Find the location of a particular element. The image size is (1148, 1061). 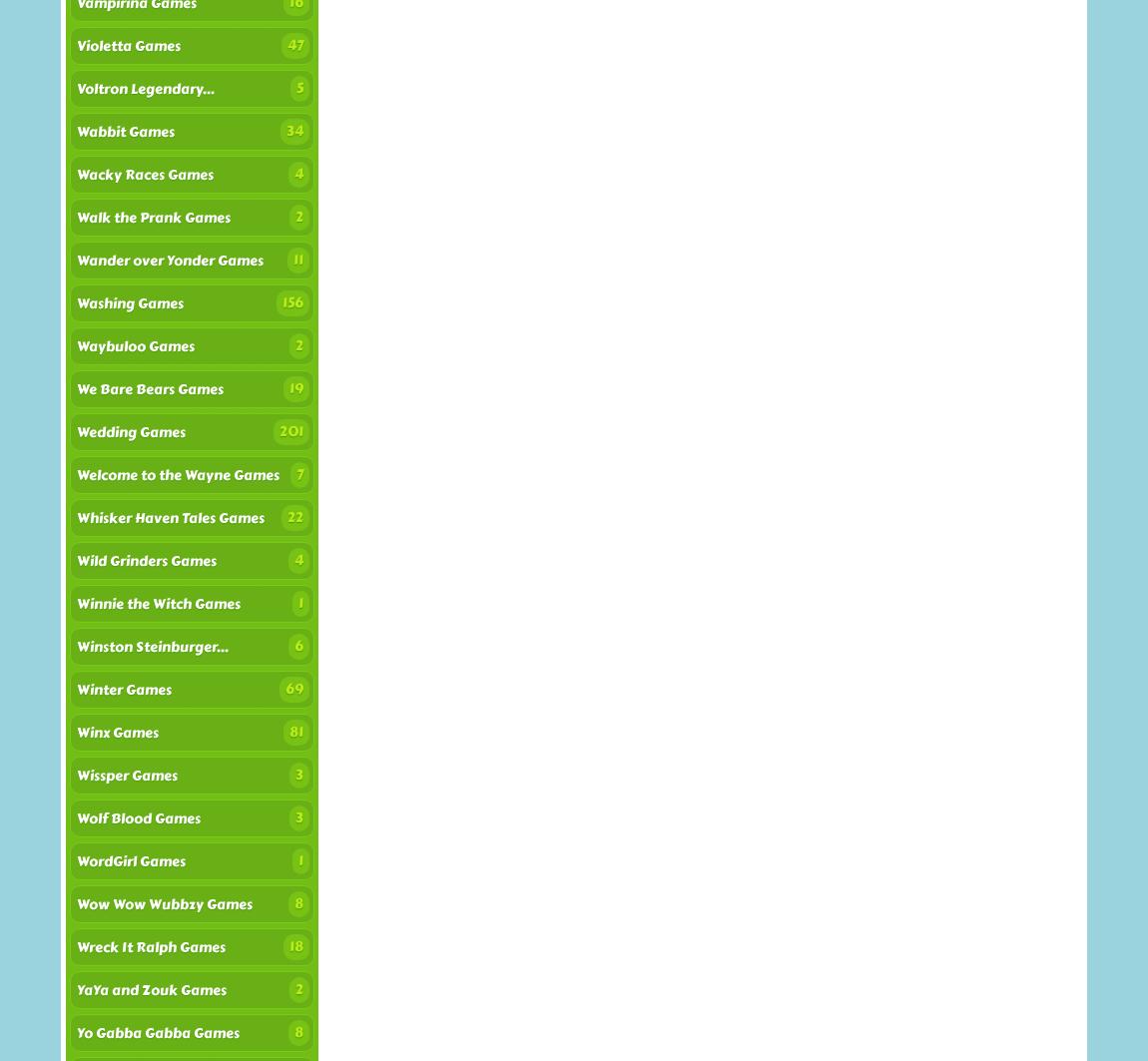

'Wabbit Games' is located at coordinates (125, 132).